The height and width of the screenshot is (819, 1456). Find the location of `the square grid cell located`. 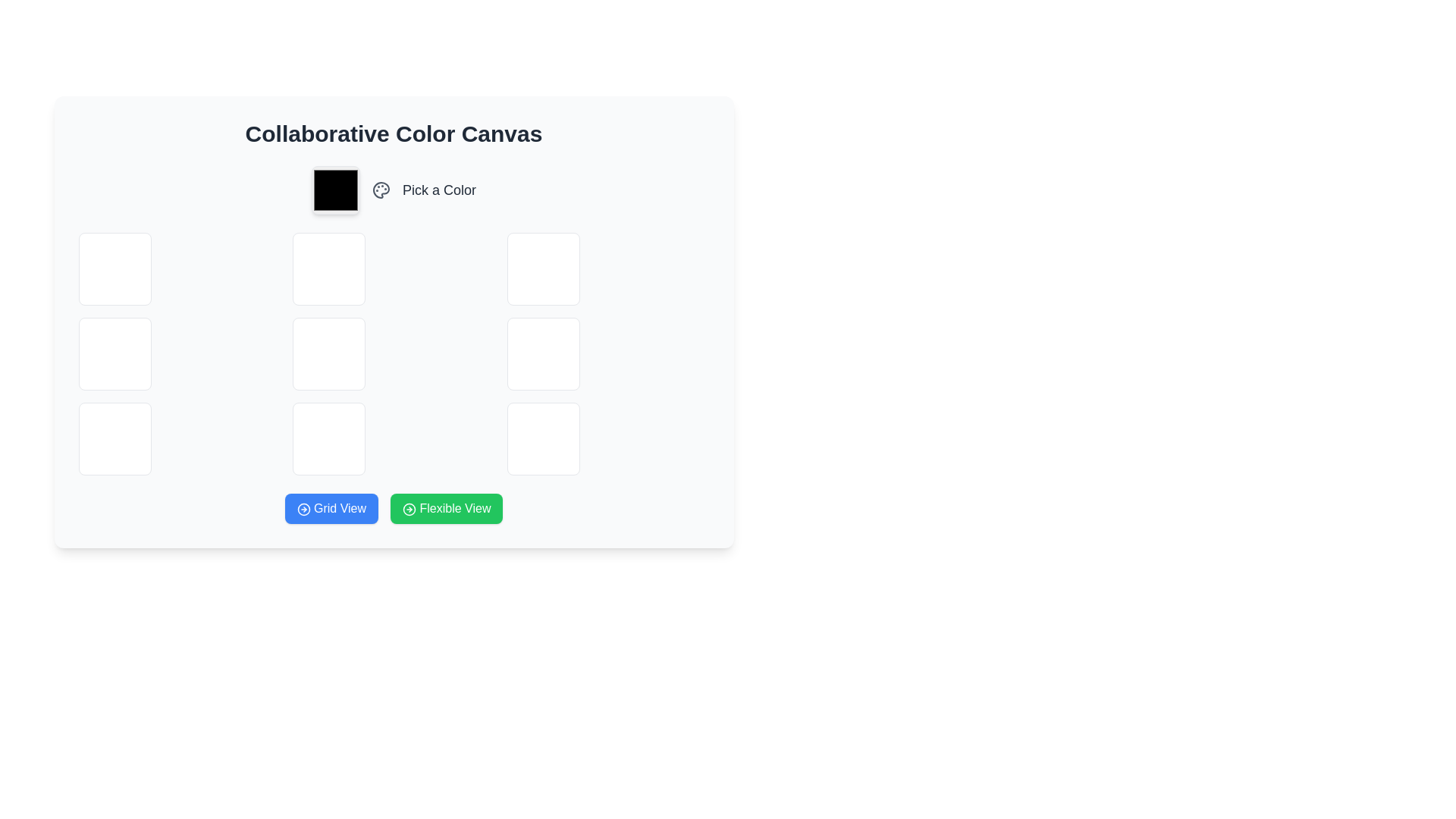

the square grid cell located is located at coordinates (114, 438).